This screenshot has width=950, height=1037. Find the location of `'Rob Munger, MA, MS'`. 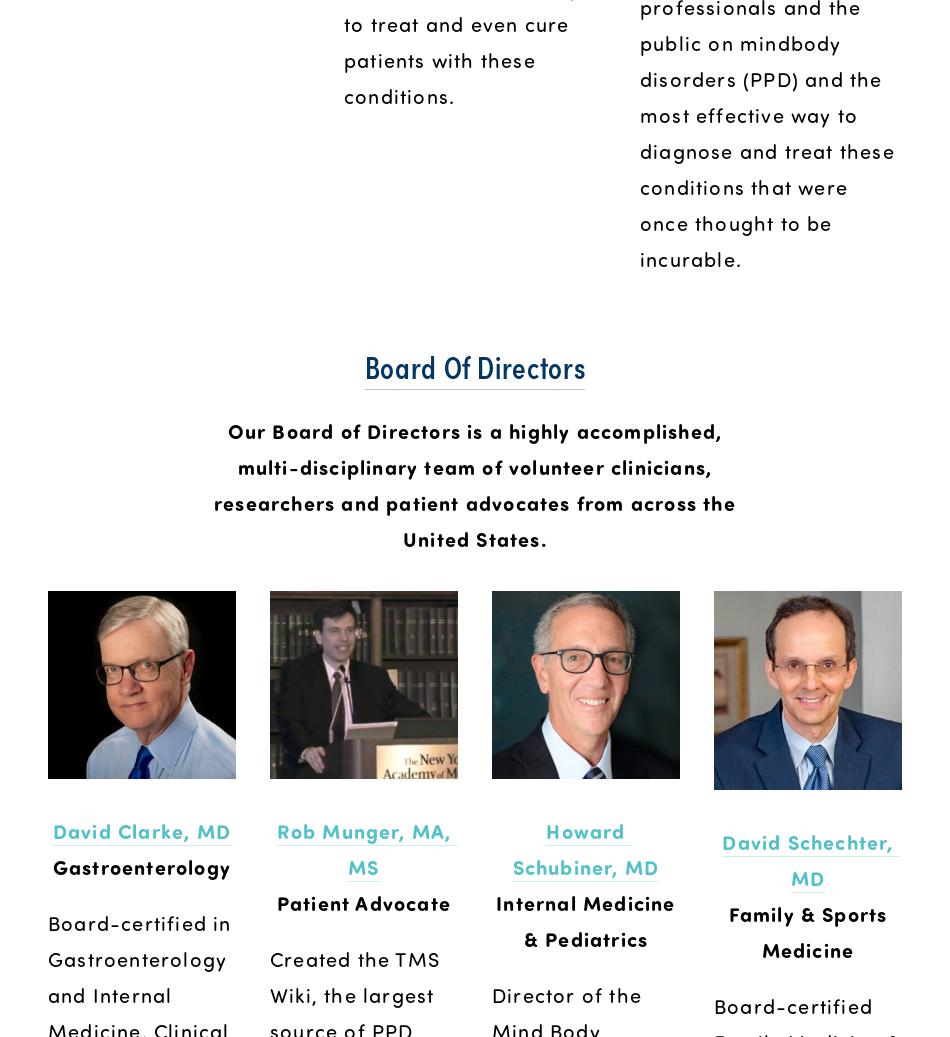

'Rob Munger, MA, MS' is located at coordinates (365, 847).